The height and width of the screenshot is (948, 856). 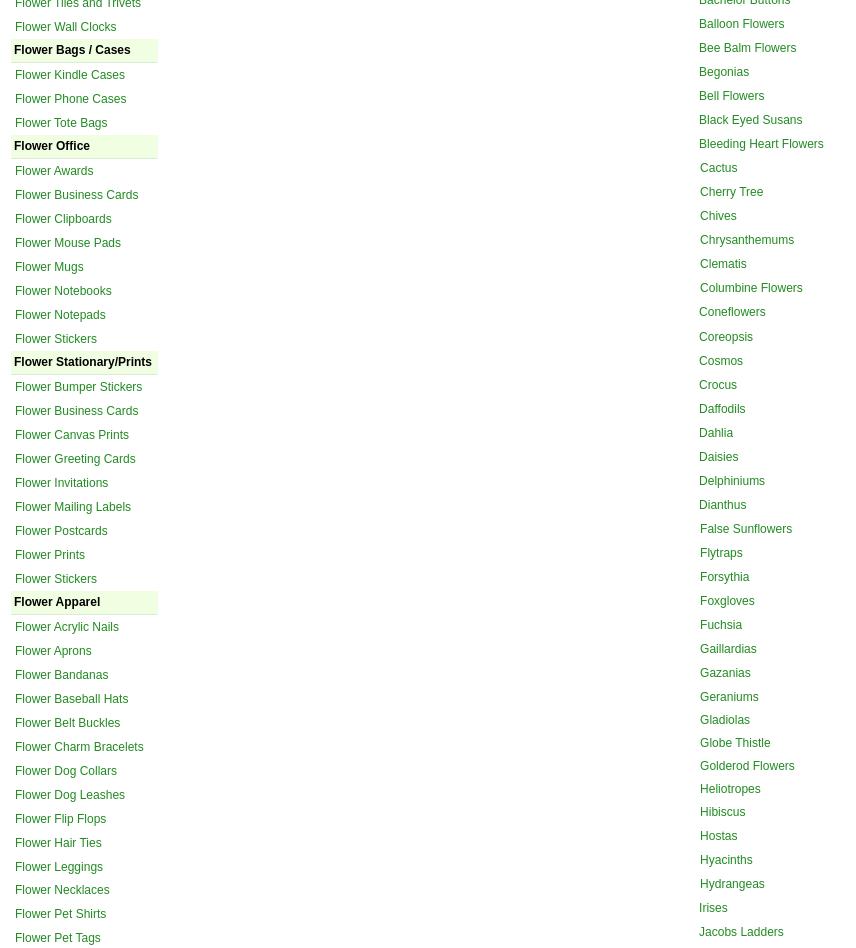 What do you see at coordinates (741, 930) in the screenshot?
I see `'Jacobs 
                          Ladders'` at bounding box center [741, 930].